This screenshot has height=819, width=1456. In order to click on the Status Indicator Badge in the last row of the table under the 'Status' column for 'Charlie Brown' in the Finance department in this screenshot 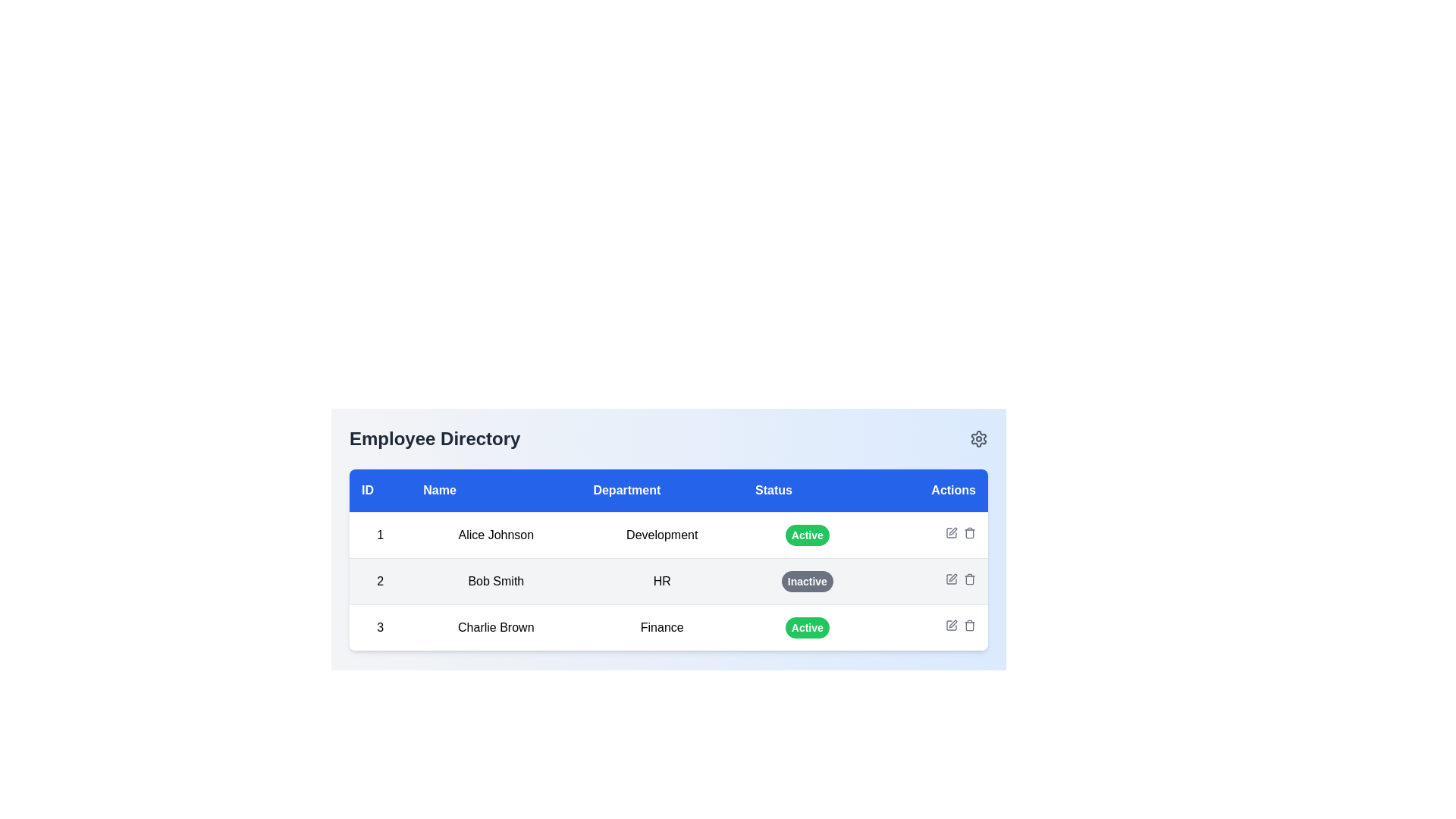, I will do `click(806, 627)`.